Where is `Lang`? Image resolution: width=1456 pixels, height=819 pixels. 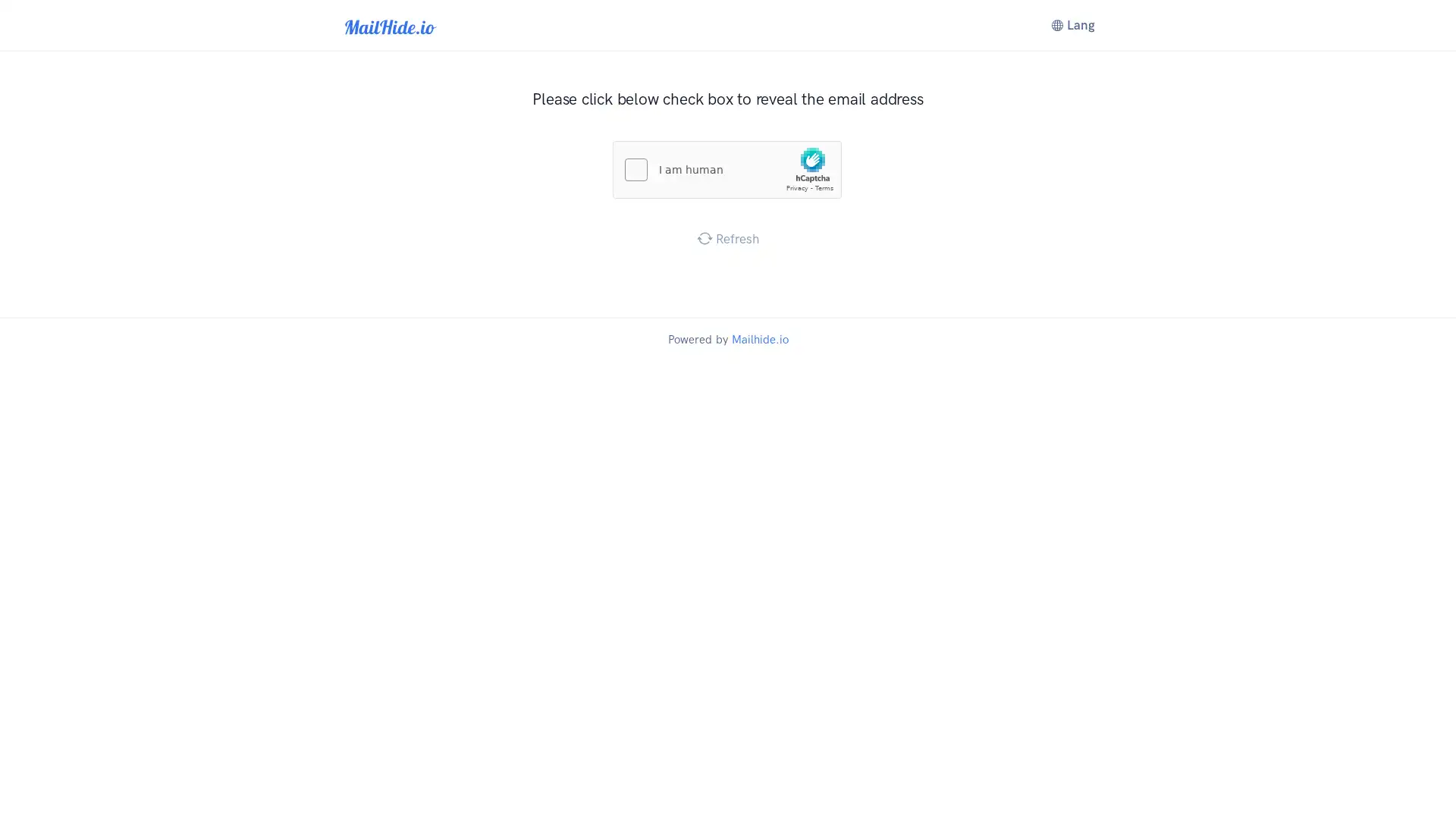 Lang is located at coordinates (1072, 25).